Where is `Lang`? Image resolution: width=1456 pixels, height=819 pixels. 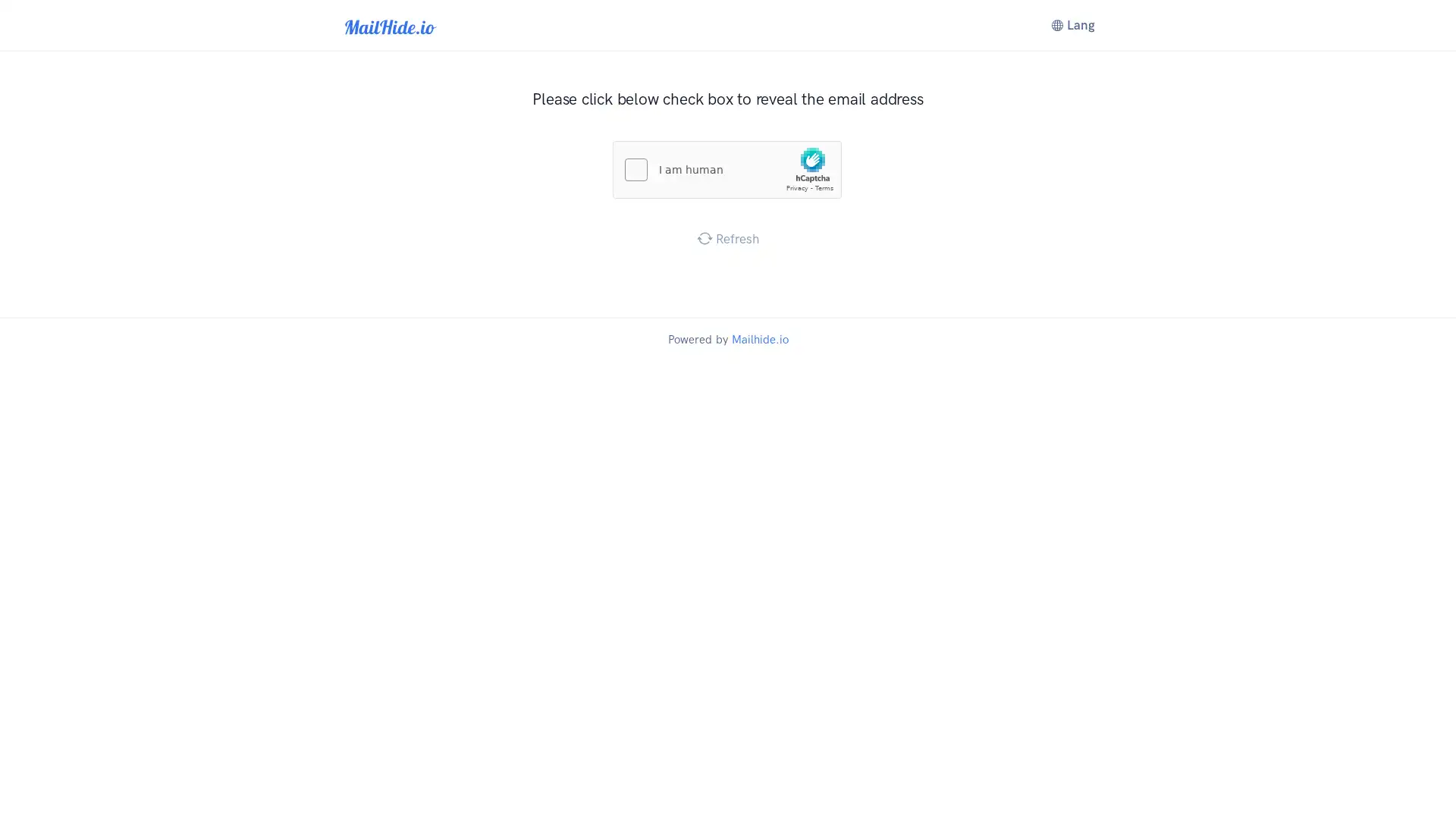 Lang is located at coordinates (1072, 25).